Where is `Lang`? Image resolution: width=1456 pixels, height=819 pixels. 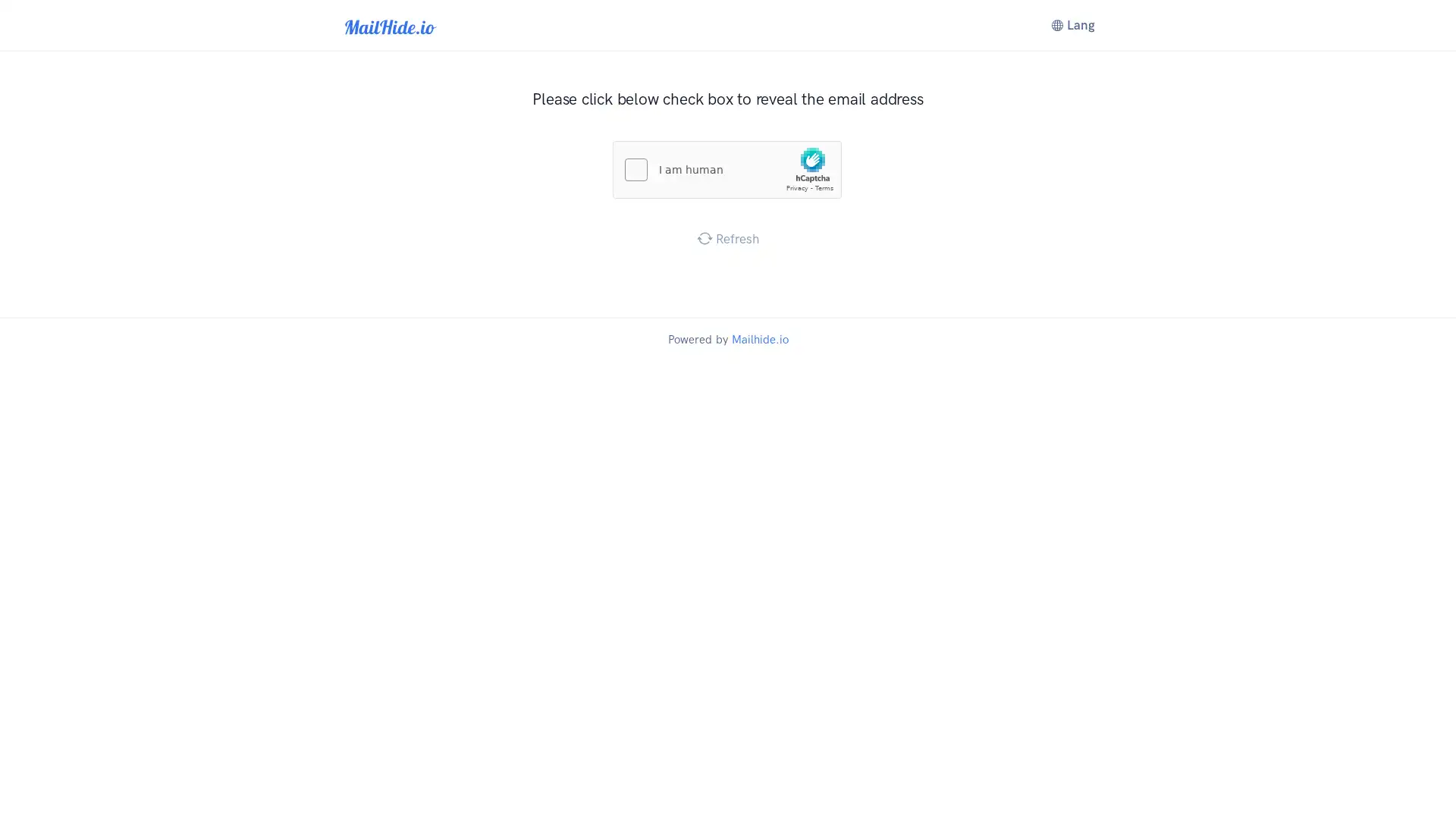 Lang is located at coordinates (1072, 25).